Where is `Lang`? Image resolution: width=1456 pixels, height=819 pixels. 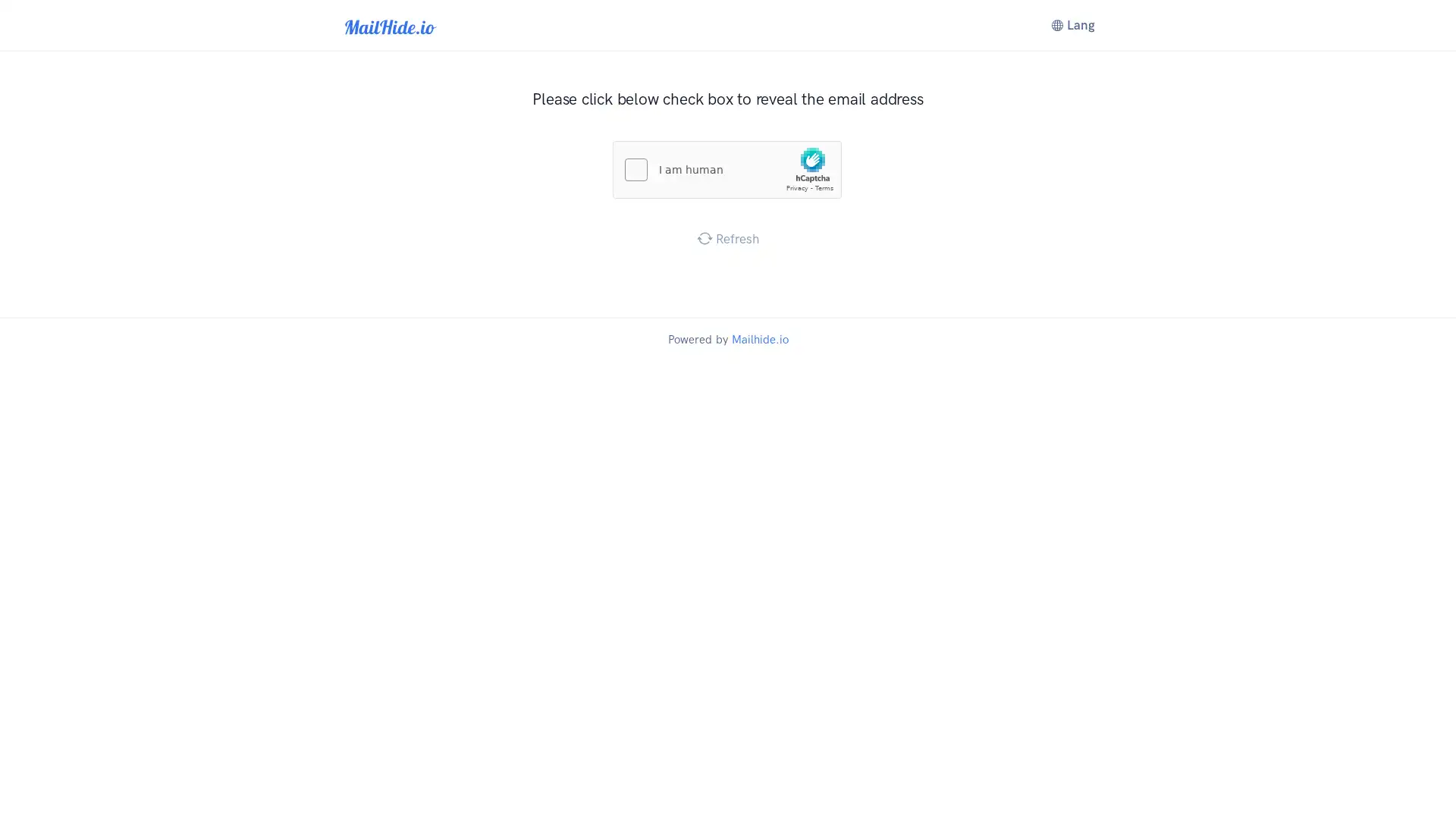 Lang is located at coordinates (1072, 25).